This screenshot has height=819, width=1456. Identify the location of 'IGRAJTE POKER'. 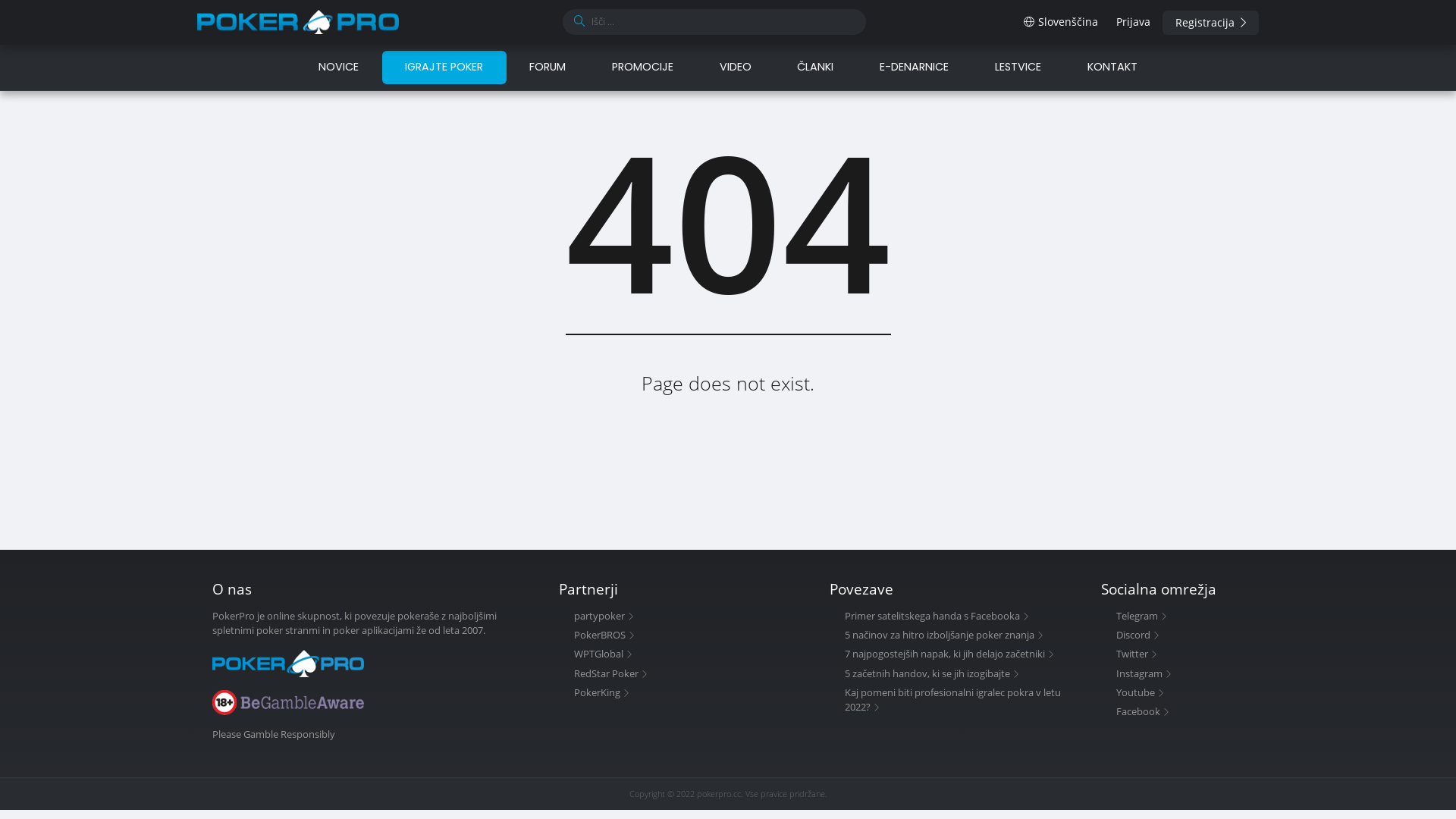
(382, 66).